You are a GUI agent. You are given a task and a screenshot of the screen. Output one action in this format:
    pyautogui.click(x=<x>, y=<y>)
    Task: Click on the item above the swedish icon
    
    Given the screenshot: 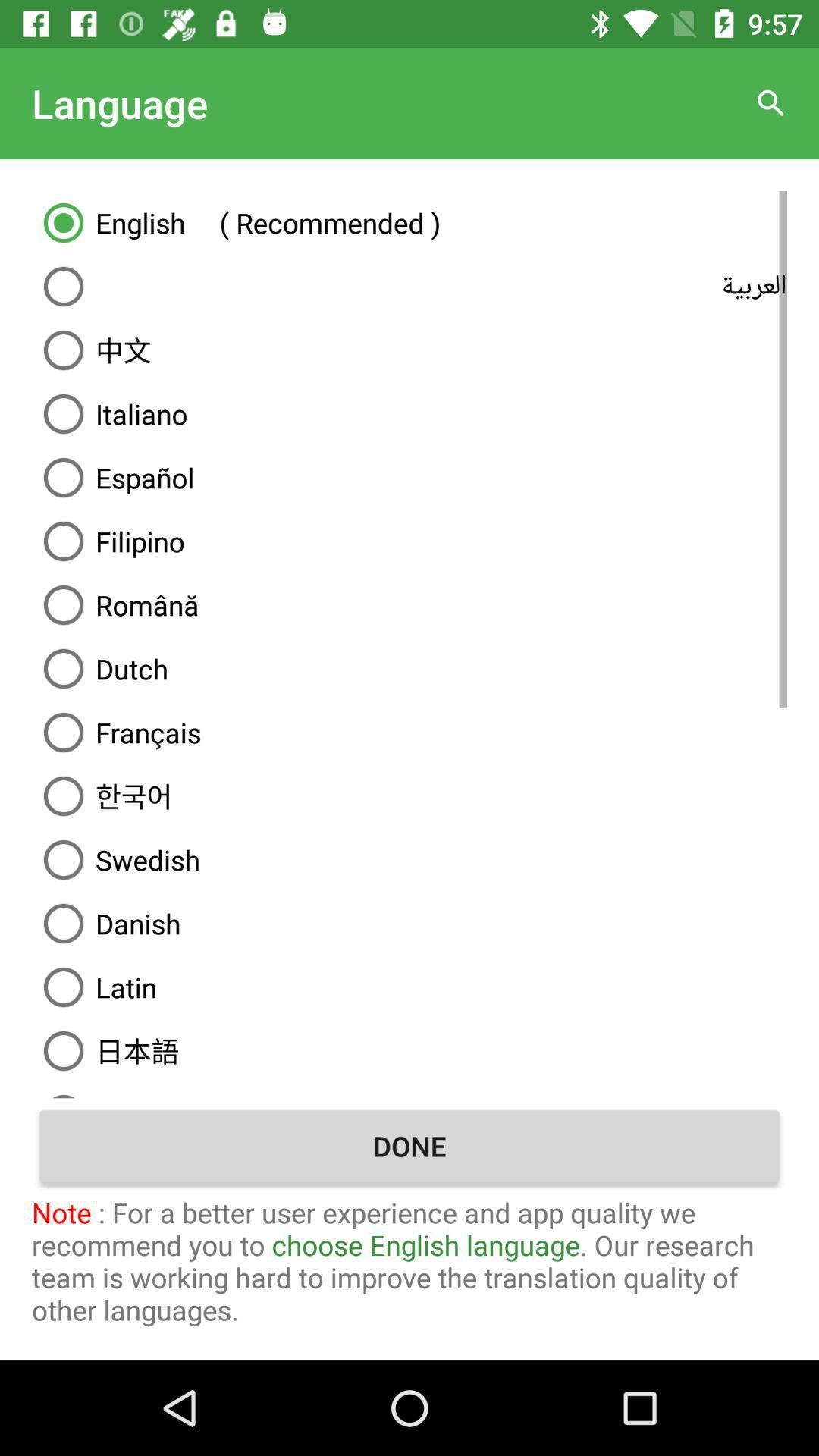 What is the action you would take?
    pyautogui.click(x=409, y=795)
    